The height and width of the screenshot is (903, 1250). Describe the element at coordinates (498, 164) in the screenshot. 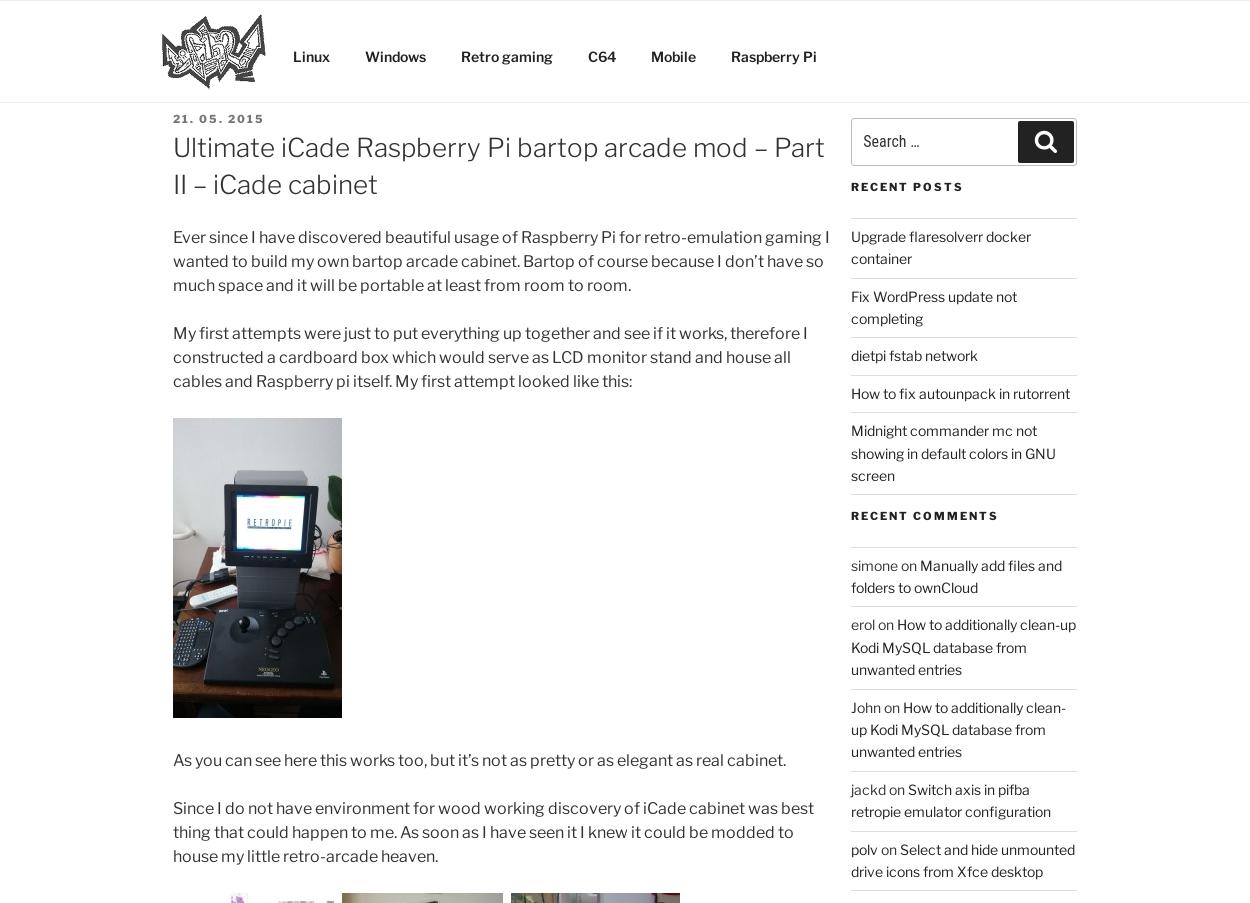

I see `'Ultimate iCade Raspberry Pi bartop arcade mod – Part II – iCade cabinet'` at that location.